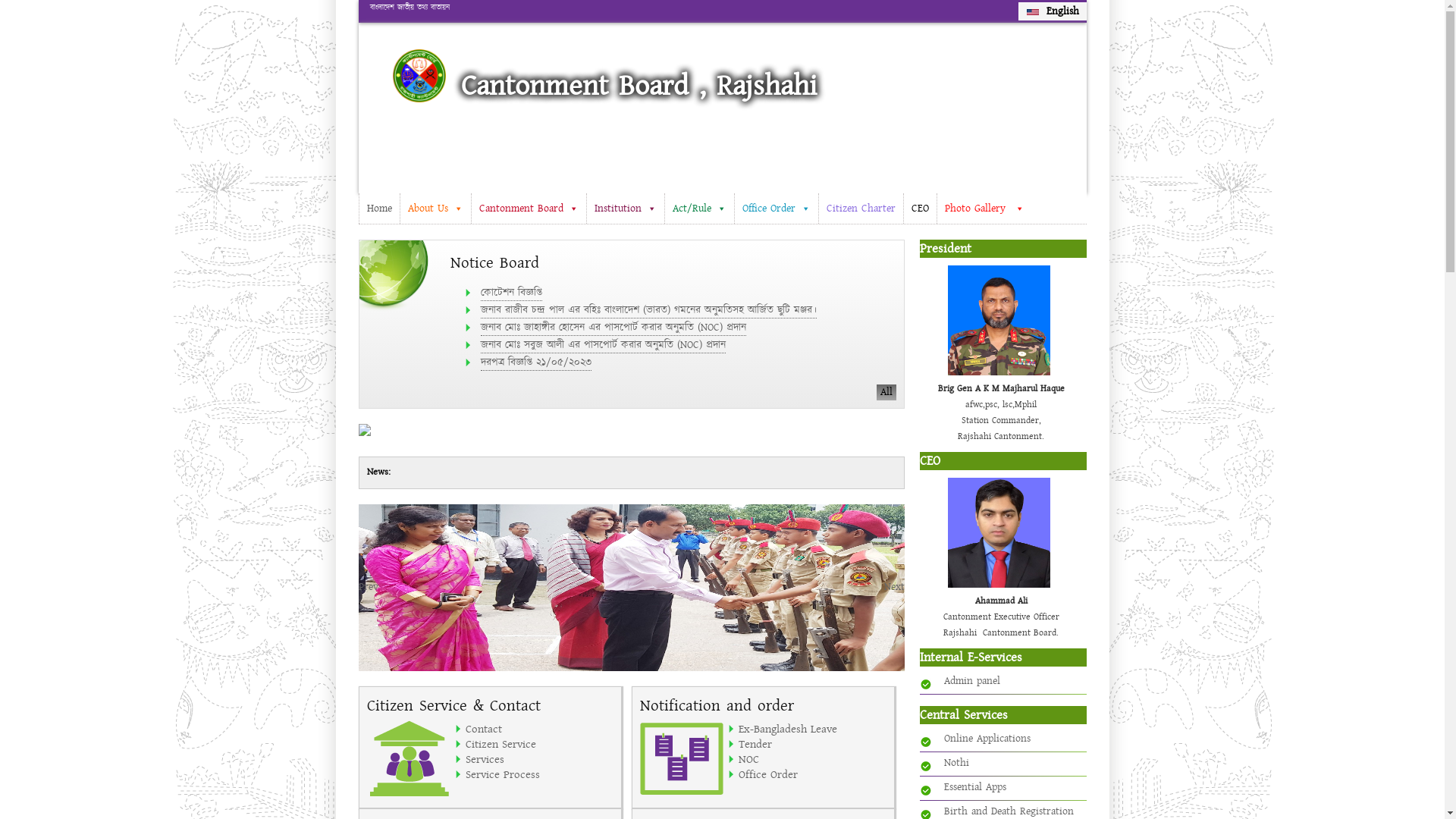 This screenshot has height=819, width=1456. I want to click on 'Service Process', so click(539, 774).